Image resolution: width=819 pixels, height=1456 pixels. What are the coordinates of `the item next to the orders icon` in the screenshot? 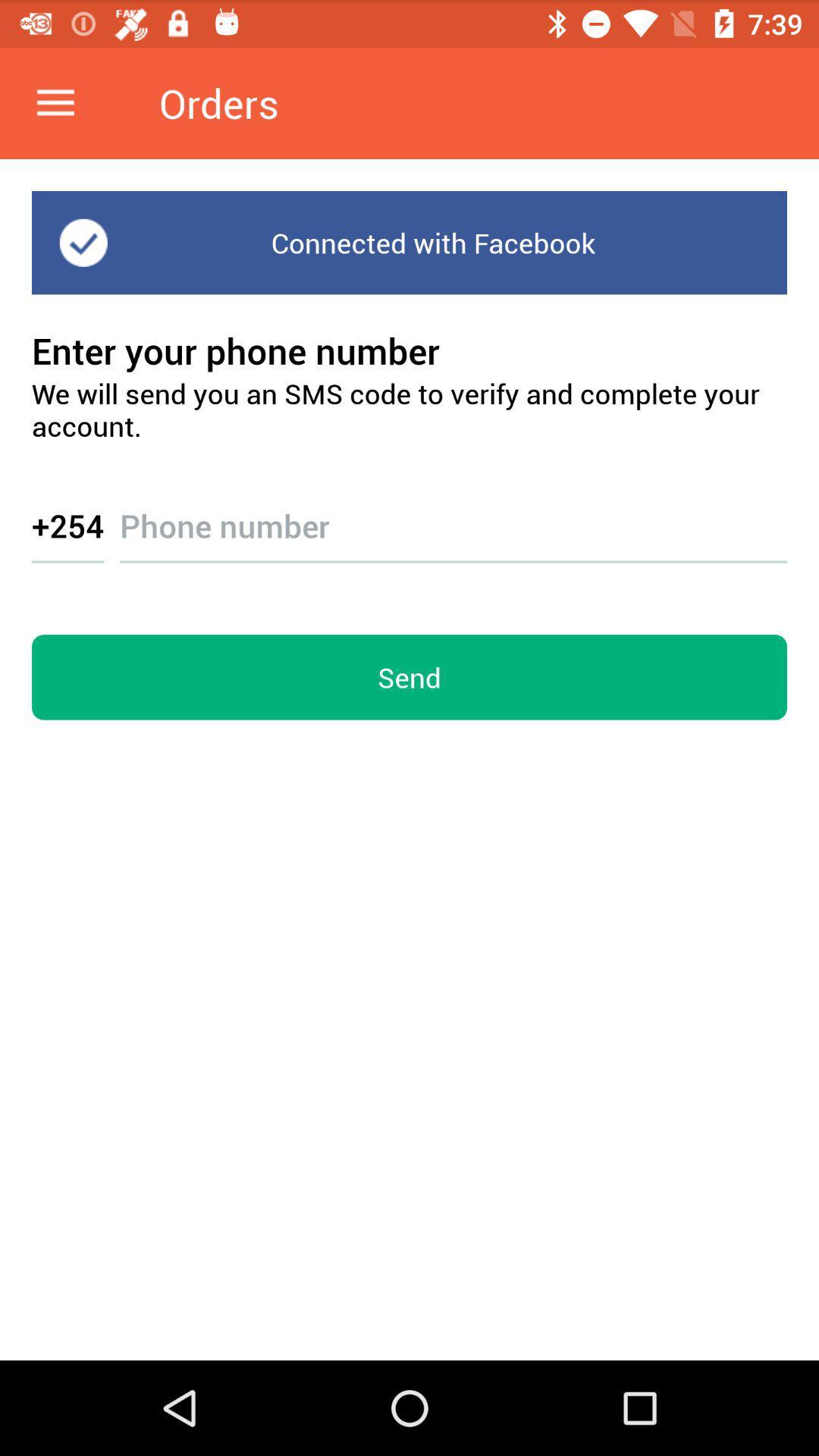 It's located at (55, 102).